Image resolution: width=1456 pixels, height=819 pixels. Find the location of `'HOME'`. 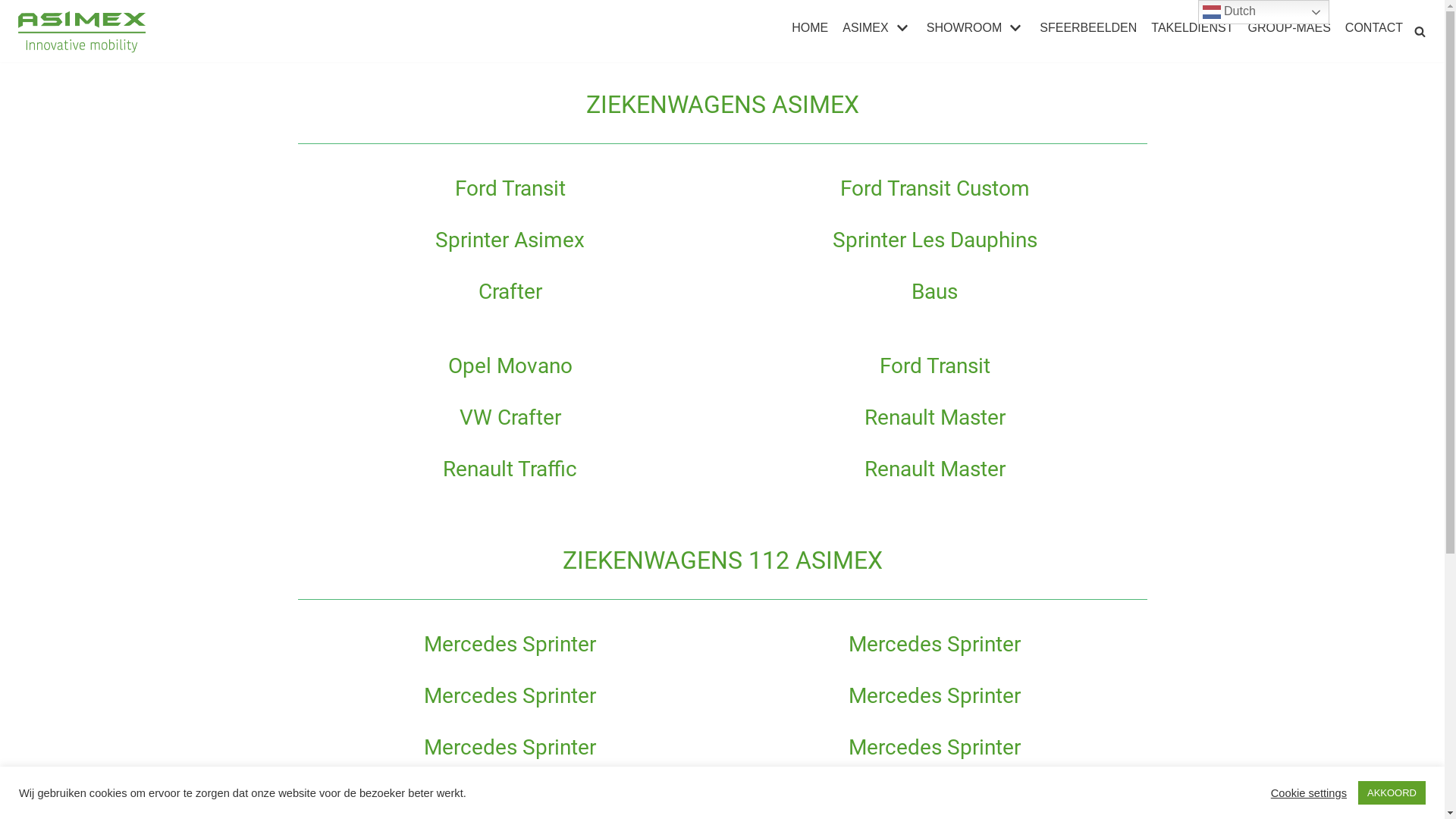

'HOME' is located at coordinates (808, 28).